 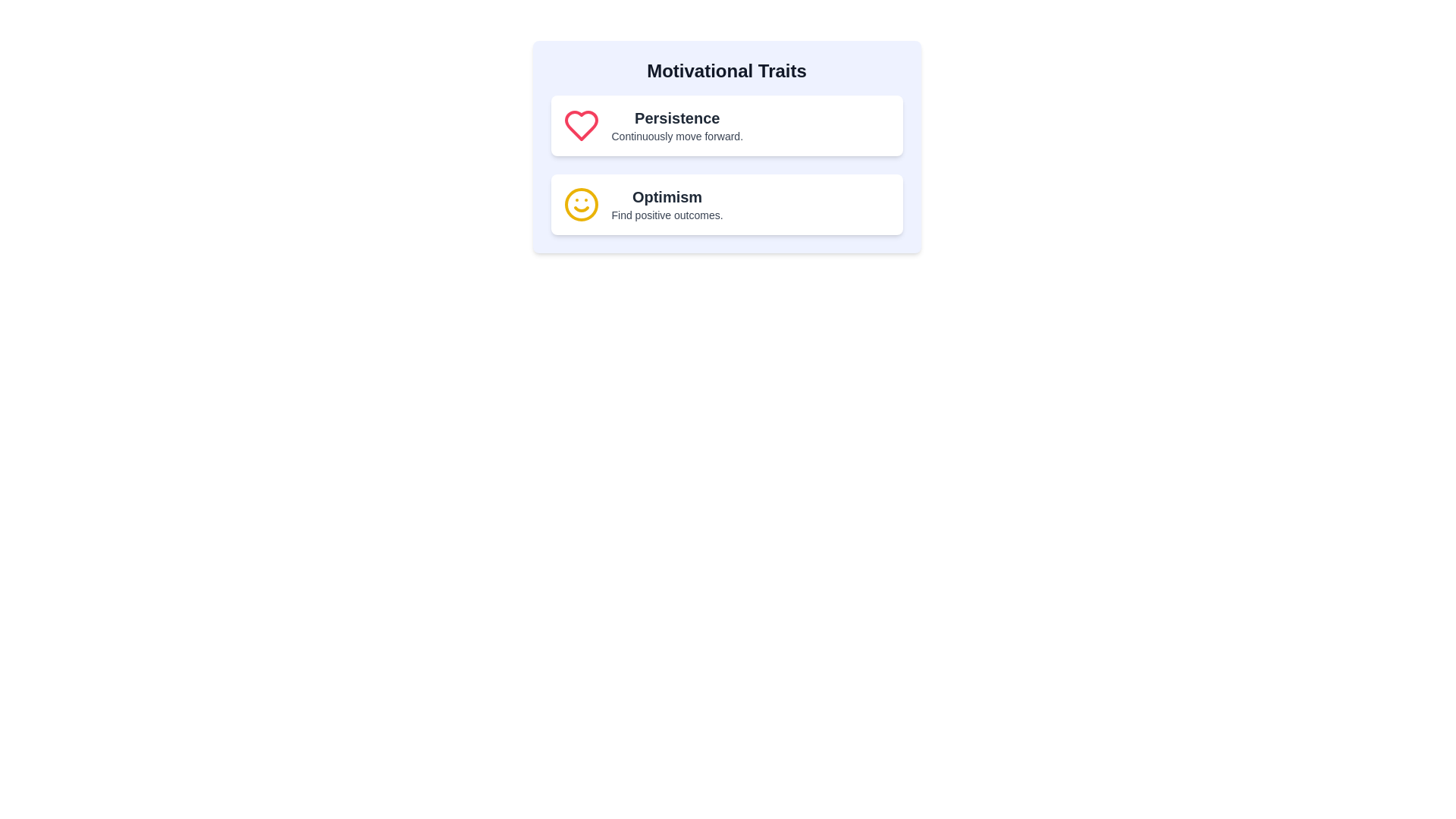 I want to click on the descriptive text label displaying 'Continuously move forward.' located below the 'Persistence' header in the first card, so click(x=676, y=136).